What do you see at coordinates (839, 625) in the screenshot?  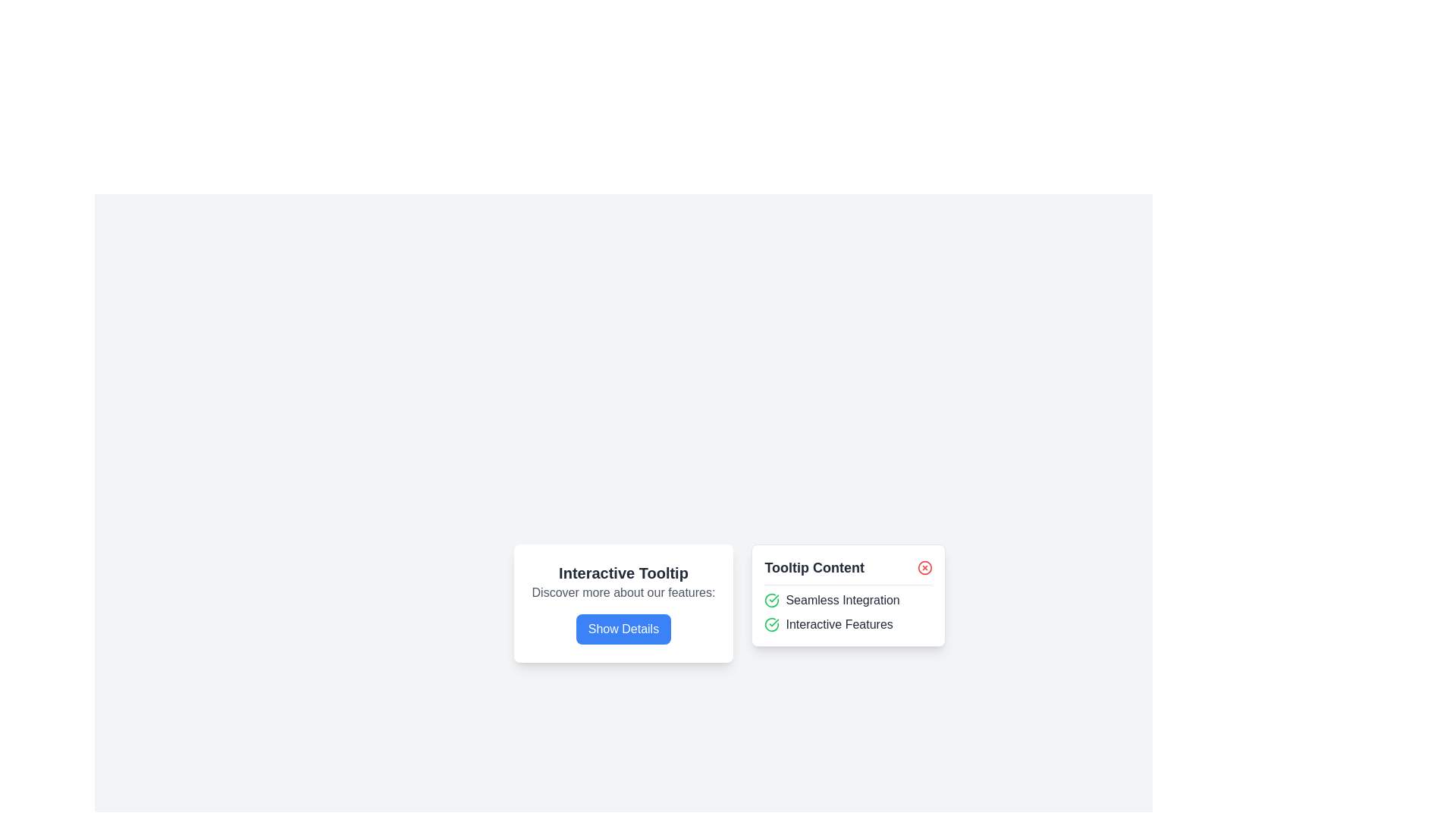 I see `the text label that provides clarity and information, located beneath the 'Seamless Integration' label and to the right of a green check mark icon` at bounding box center [839, 625].